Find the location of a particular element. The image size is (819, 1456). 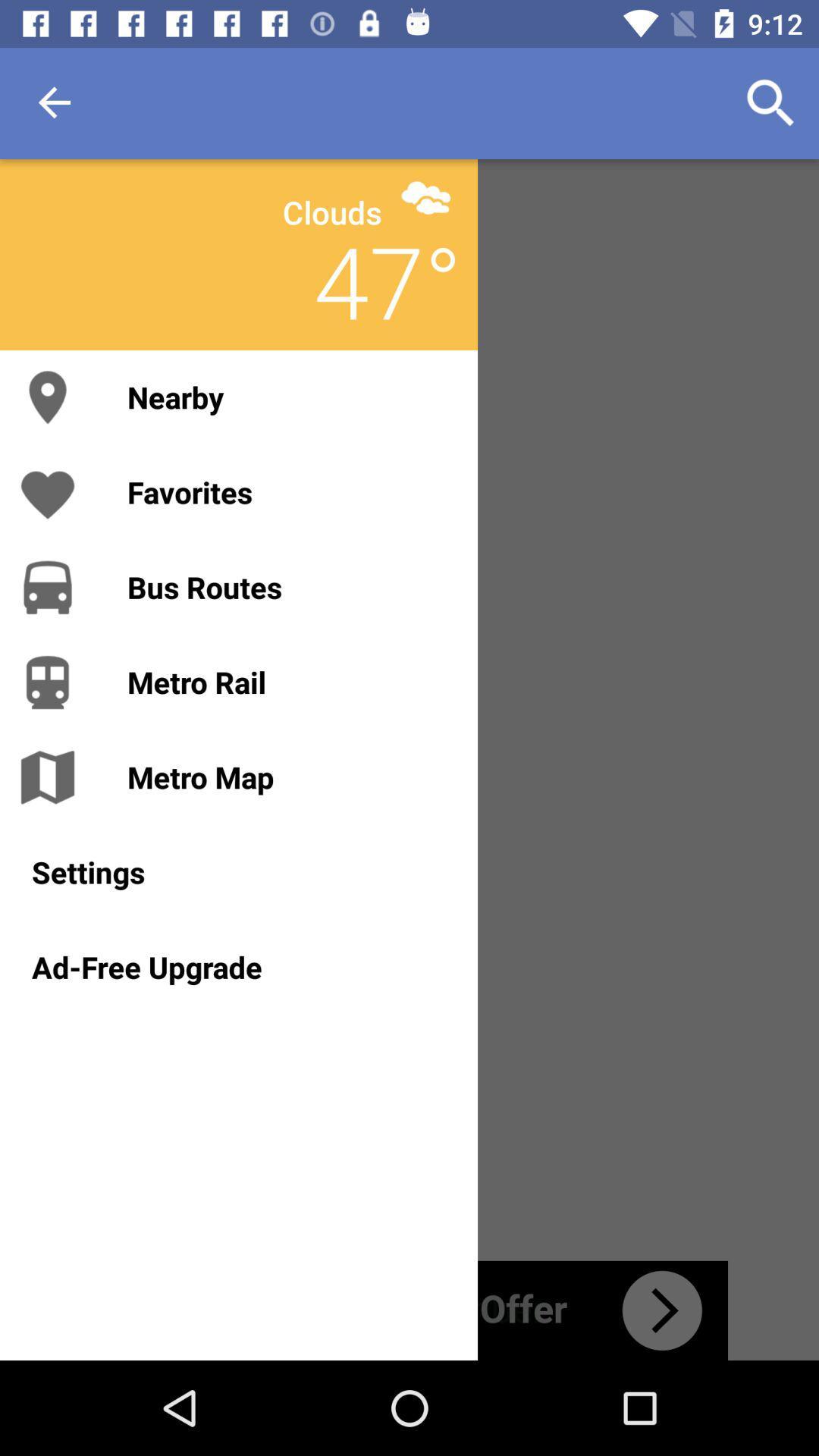

item above the nearby is located at coordinates (331, 211).